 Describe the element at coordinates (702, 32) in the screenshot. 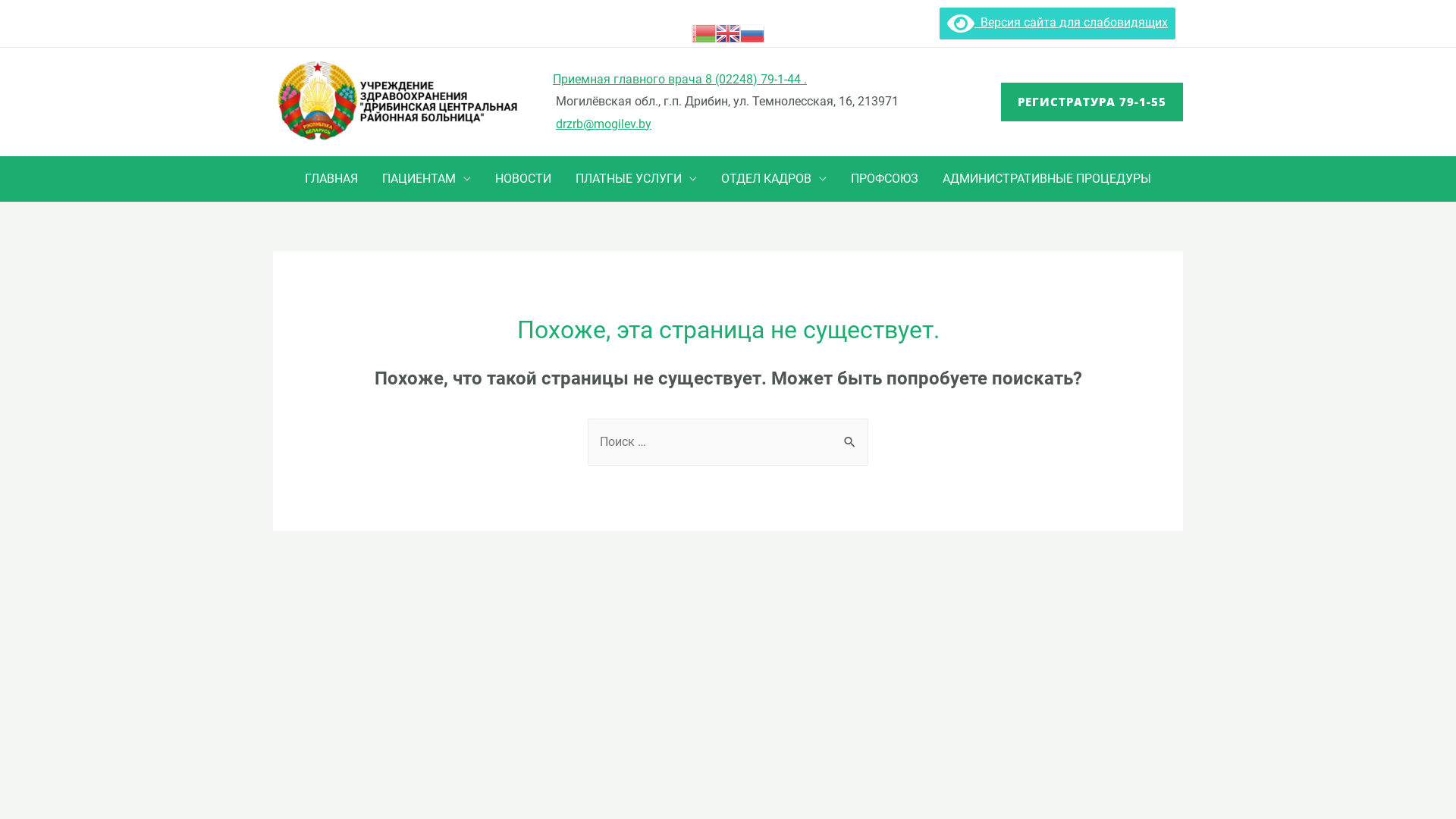

I see `'Belarusian'` at that location.